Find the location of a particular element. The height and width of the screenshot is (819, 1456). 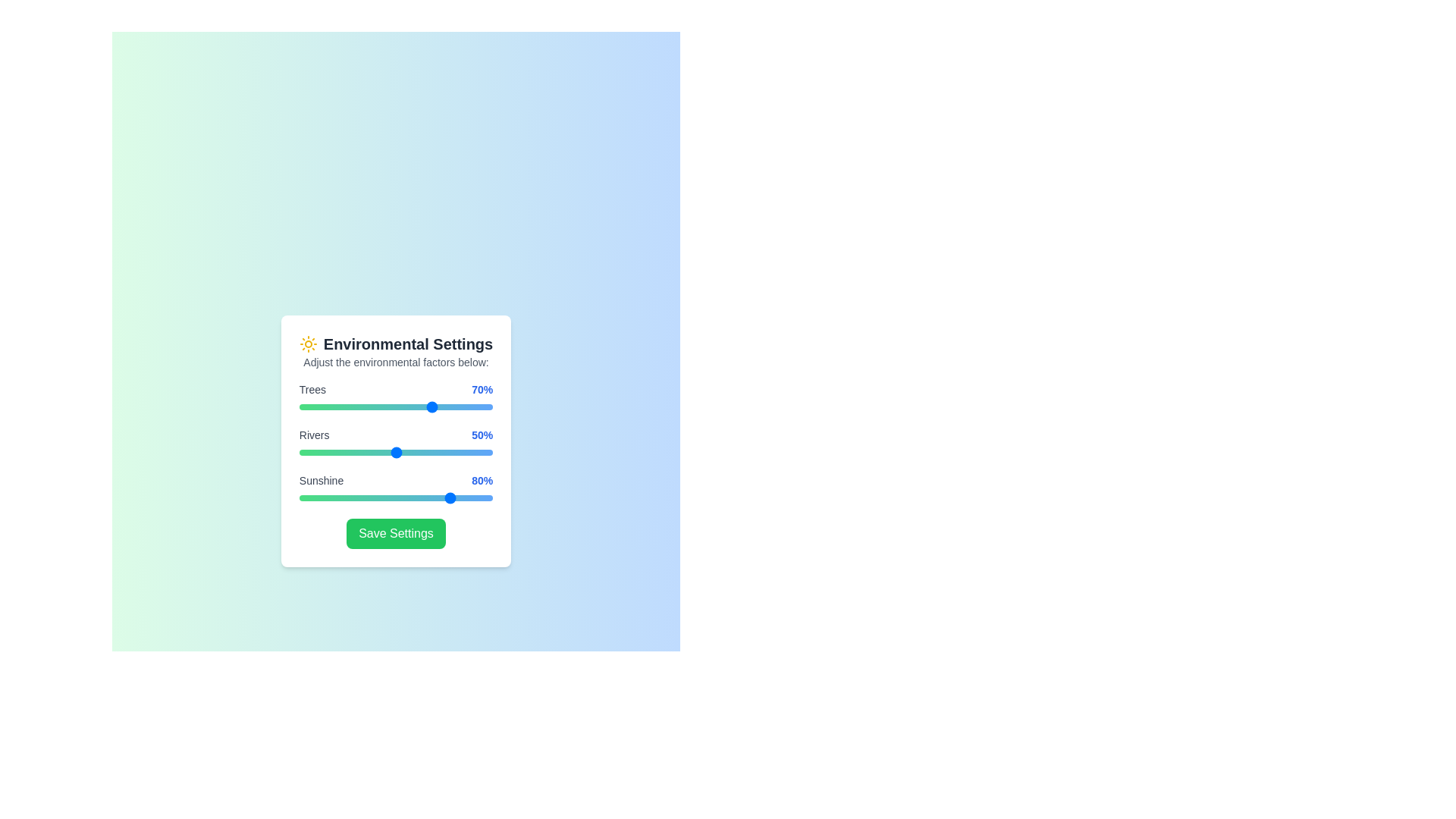

the 0 slider to 12% is located at coordinates (322, 406).